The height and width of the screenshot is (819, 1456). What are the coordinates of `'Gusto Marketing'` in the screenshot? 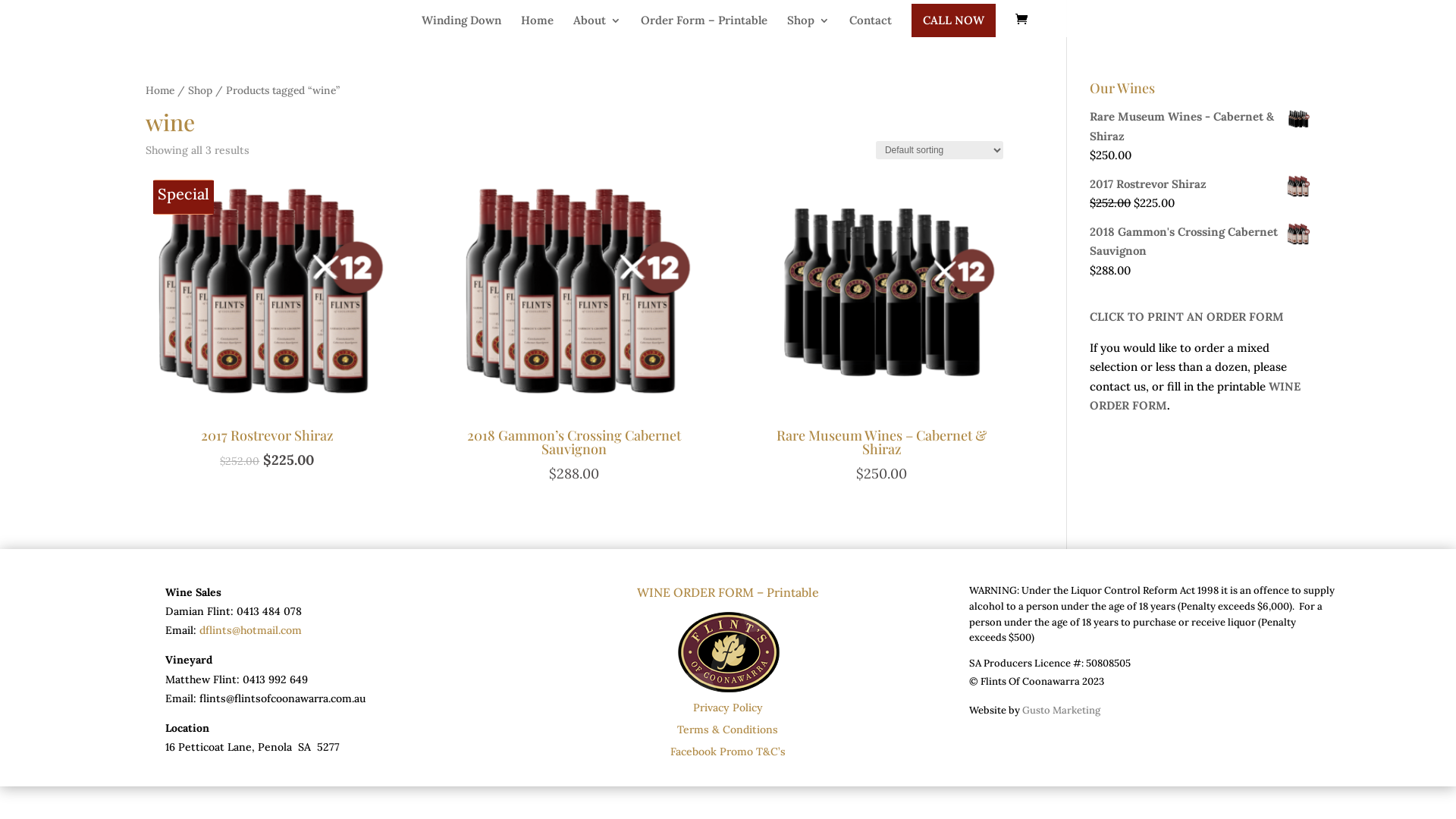 It's located at (1060, 710).